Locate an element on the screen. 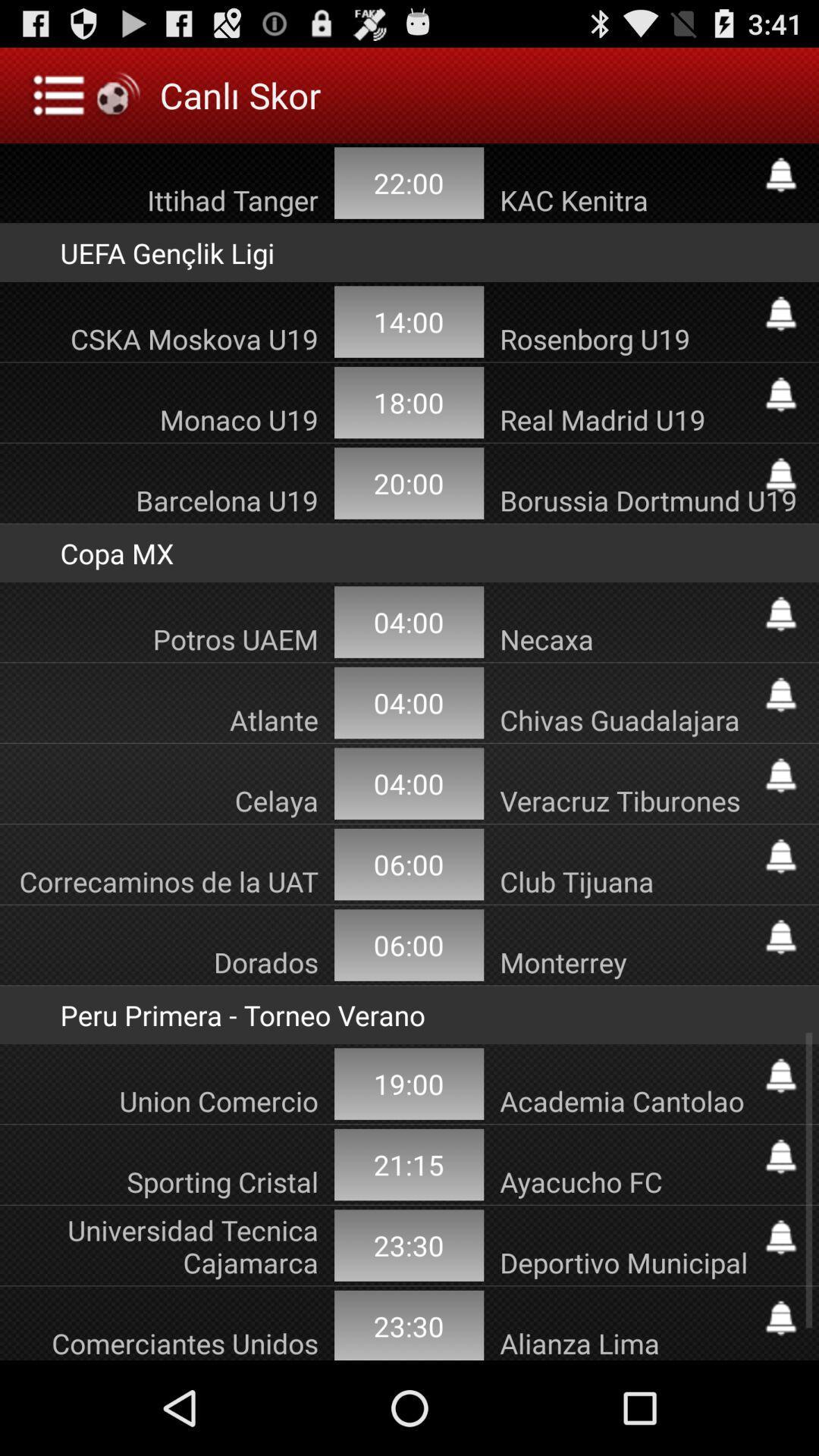 This screenshot has width=819, height=1456. allarm is located at coordinates (780, 394).